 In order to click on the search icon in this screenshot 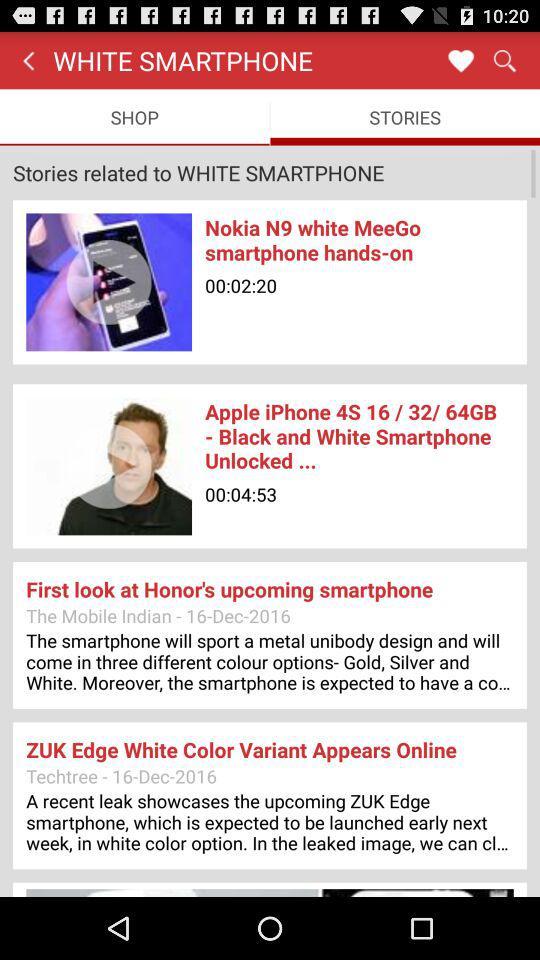, I will do `click(503, 64)`.